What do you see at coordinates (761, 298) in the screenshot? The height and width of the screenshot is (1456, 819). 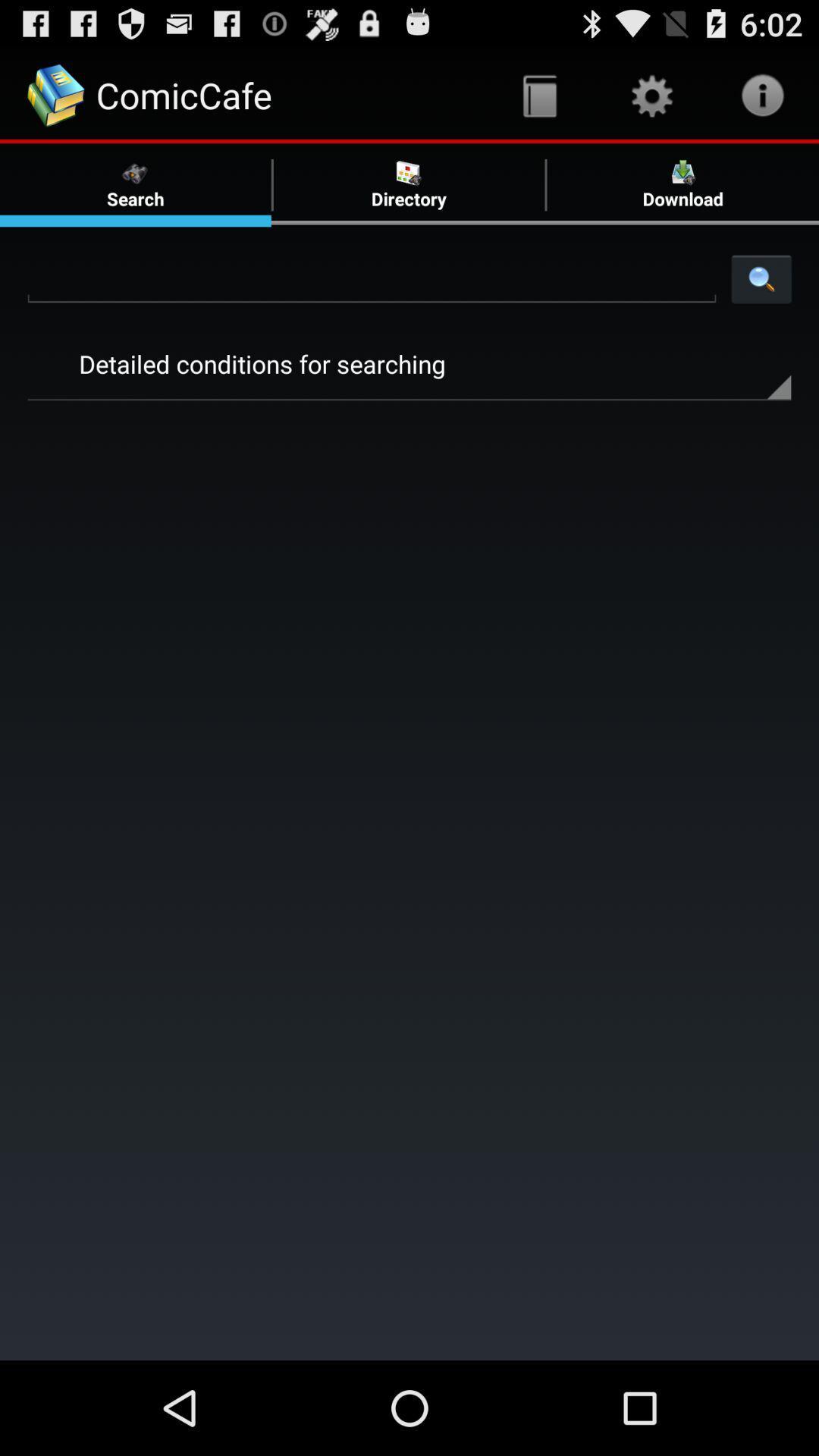 I see `the search icon` at bounding box center [761, 298].